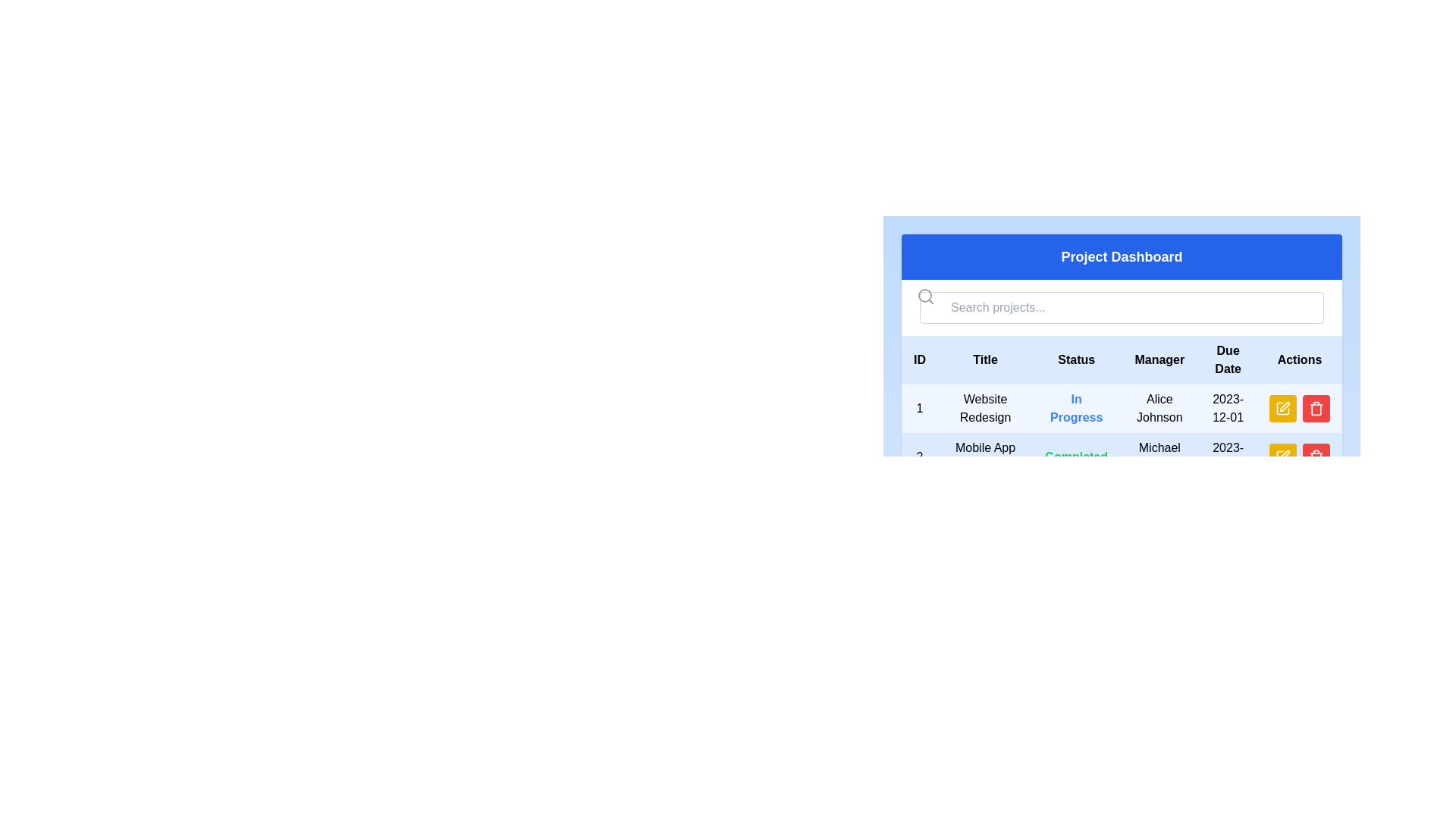  Describe the element at coordinates (1122, 432) in the screenshot. I see `the project data table located below the search bar with the placeholder 'Search projects...'` at that location.